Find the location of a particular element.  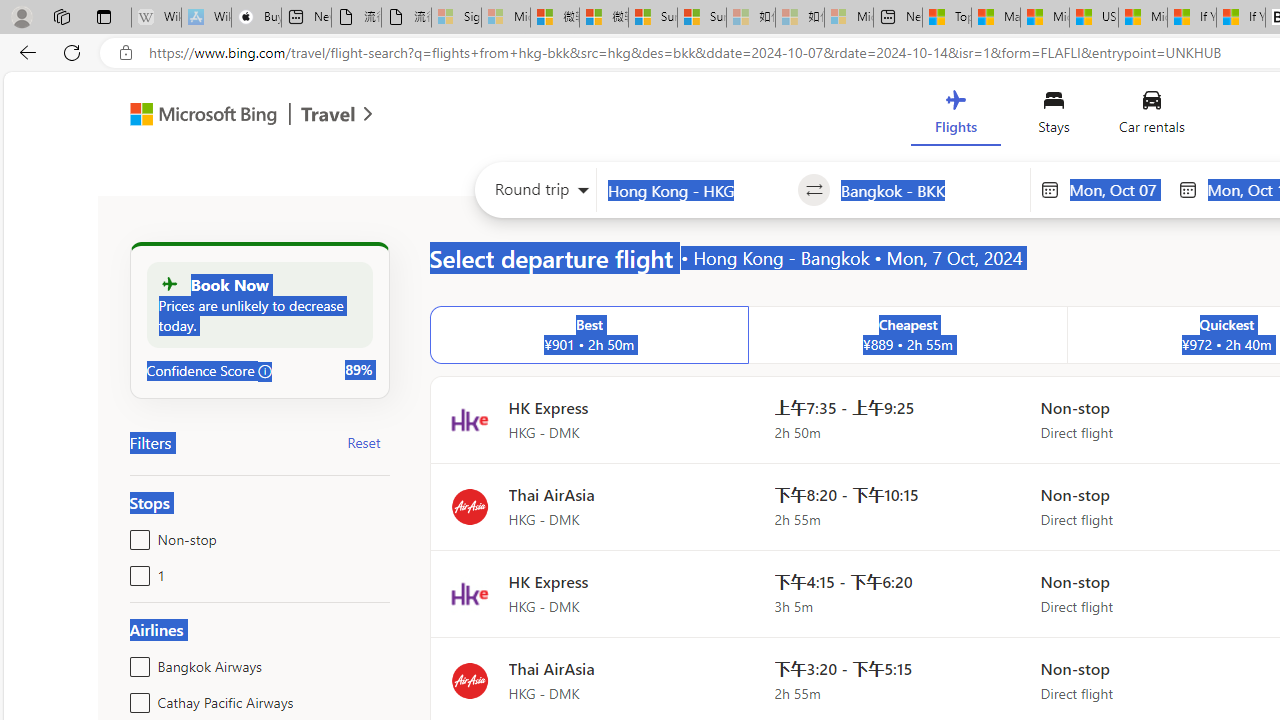

'Top Stories - MSN' is located at coordinates (946, 17).